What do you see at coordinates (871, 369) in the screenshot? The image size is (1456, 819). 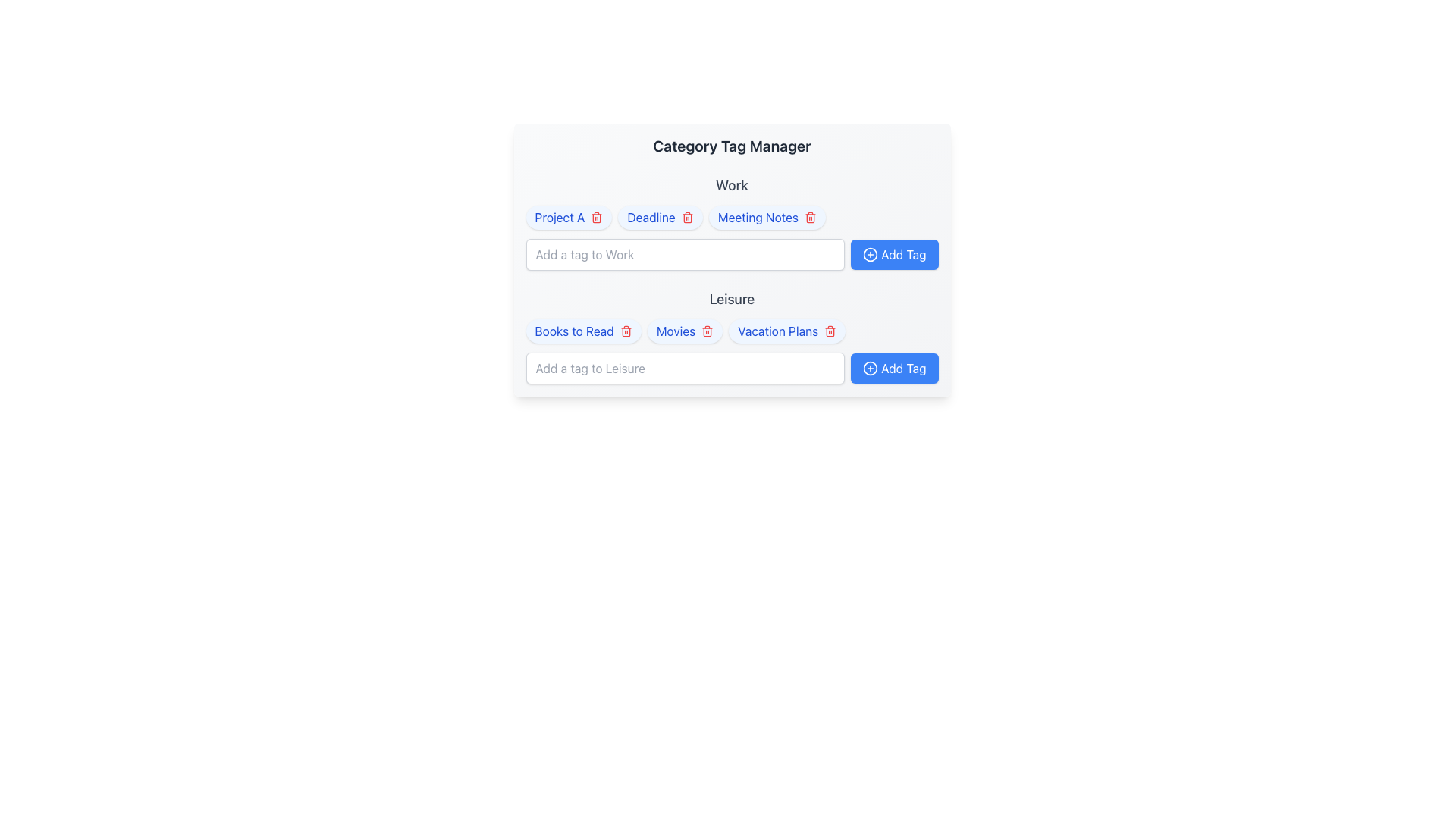 I see `the circular icon with a plus sign at its center, which is the leftmost visual element in the 'Add Tag' button under the 'Leisure' section of the 'Category Tag Manager' interface` at bounding box center [871, 369].